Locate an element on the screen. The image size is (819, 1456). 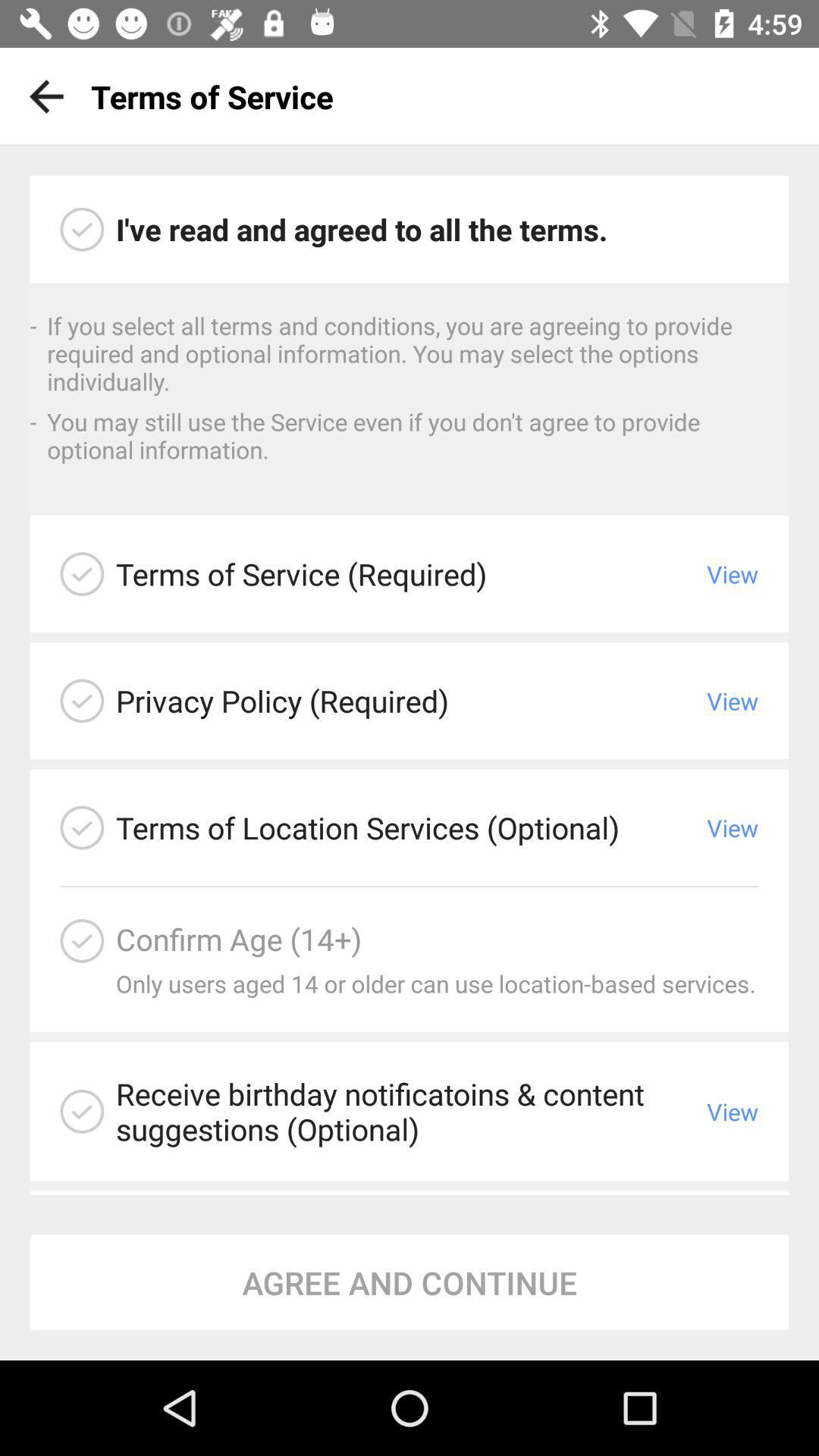
check to agree is located at coordinates (82, 228).